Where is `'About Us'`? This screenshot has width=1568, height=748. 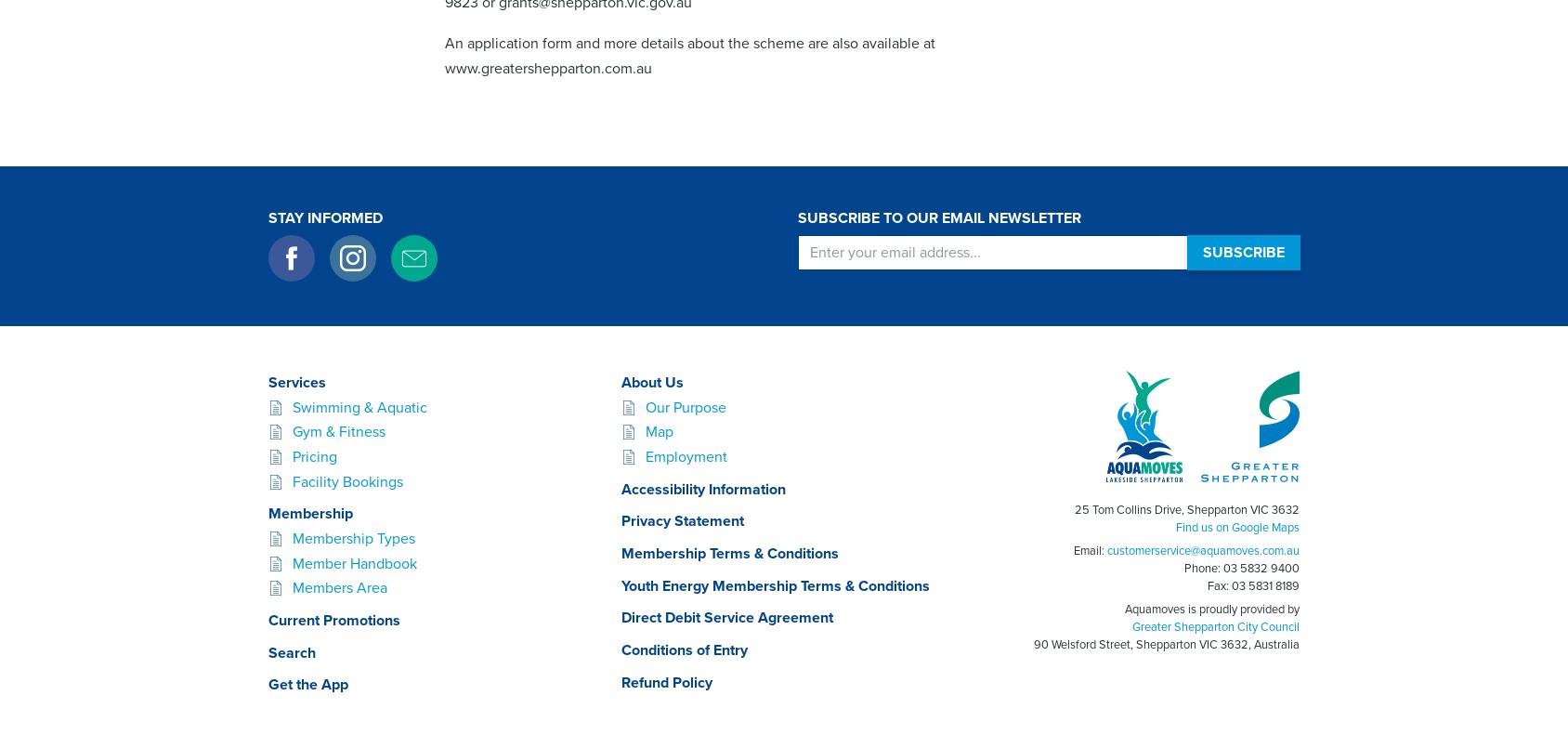 'About Us' is located at coordinates (651, 381).